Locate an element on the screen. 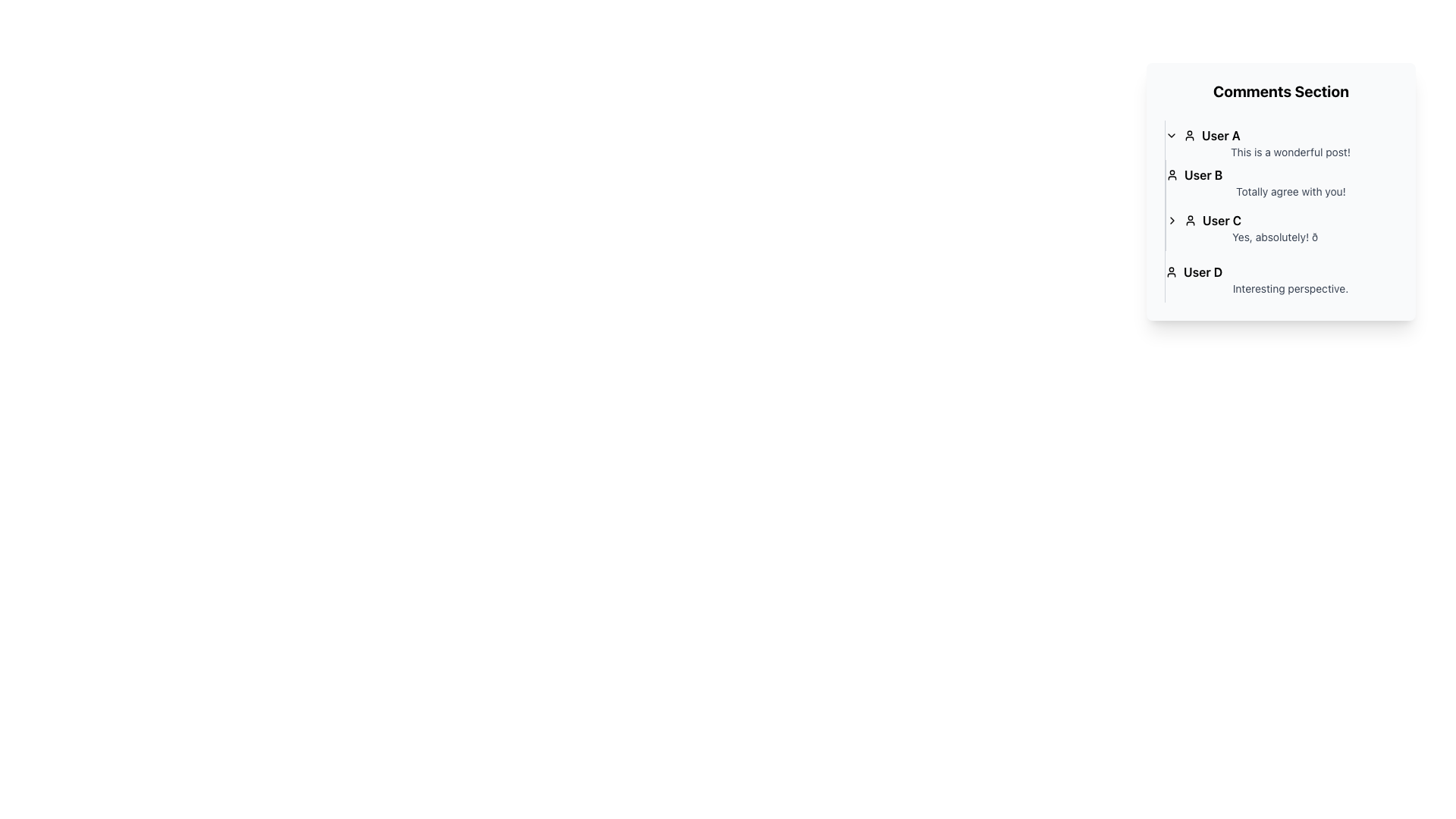  the small circular avatar icon representing 'User A', which is positioned to the left of the text in a vertical list of user comments is located at coordinates (1189, 134).